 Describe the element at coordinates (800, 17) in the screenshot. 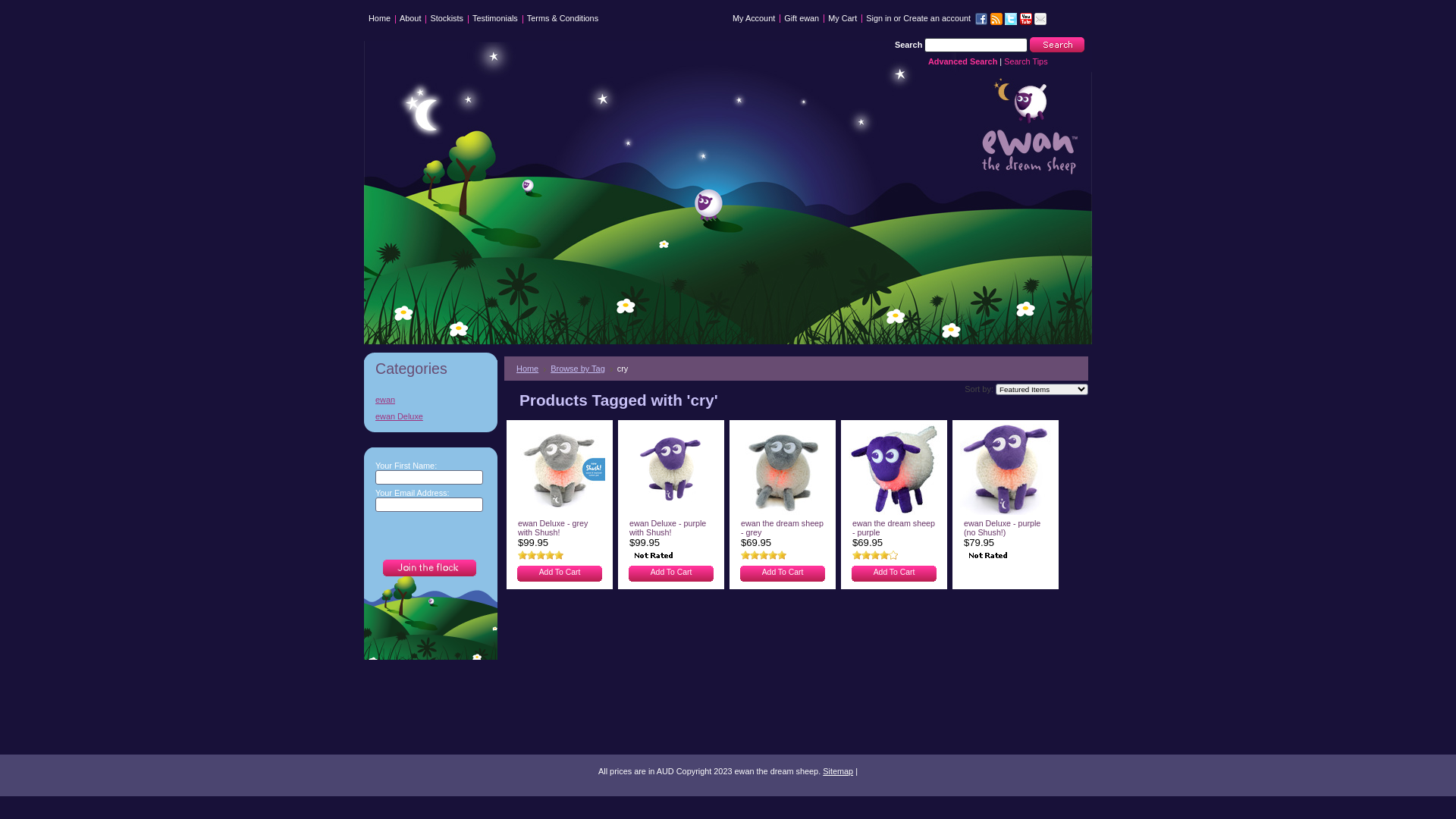

I see `'Gift ewan'` at that location.